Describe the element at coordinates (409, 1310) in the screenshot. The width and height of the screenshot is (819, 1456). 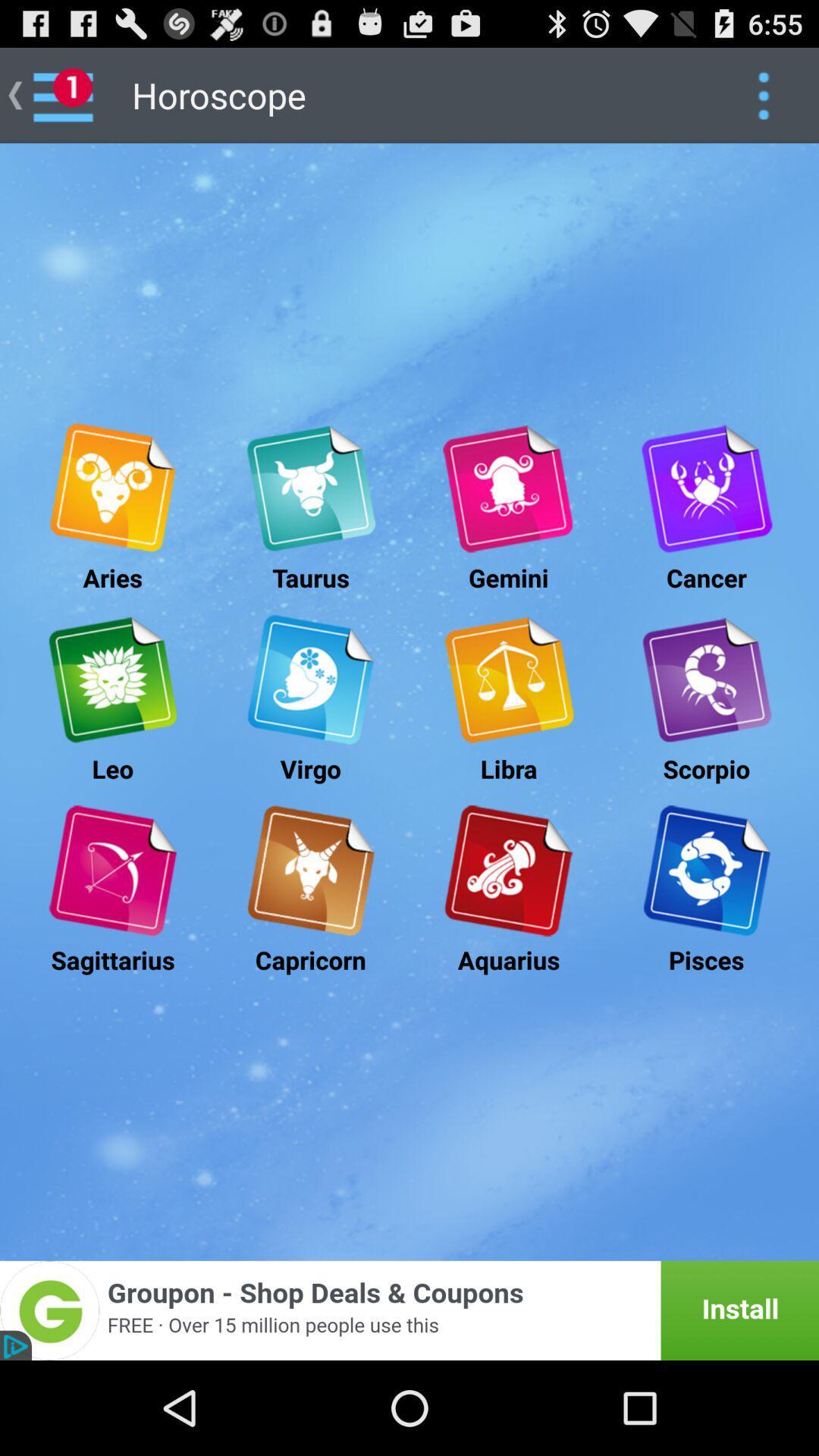
I see `advertisement about groupon deals coupons` at that location.